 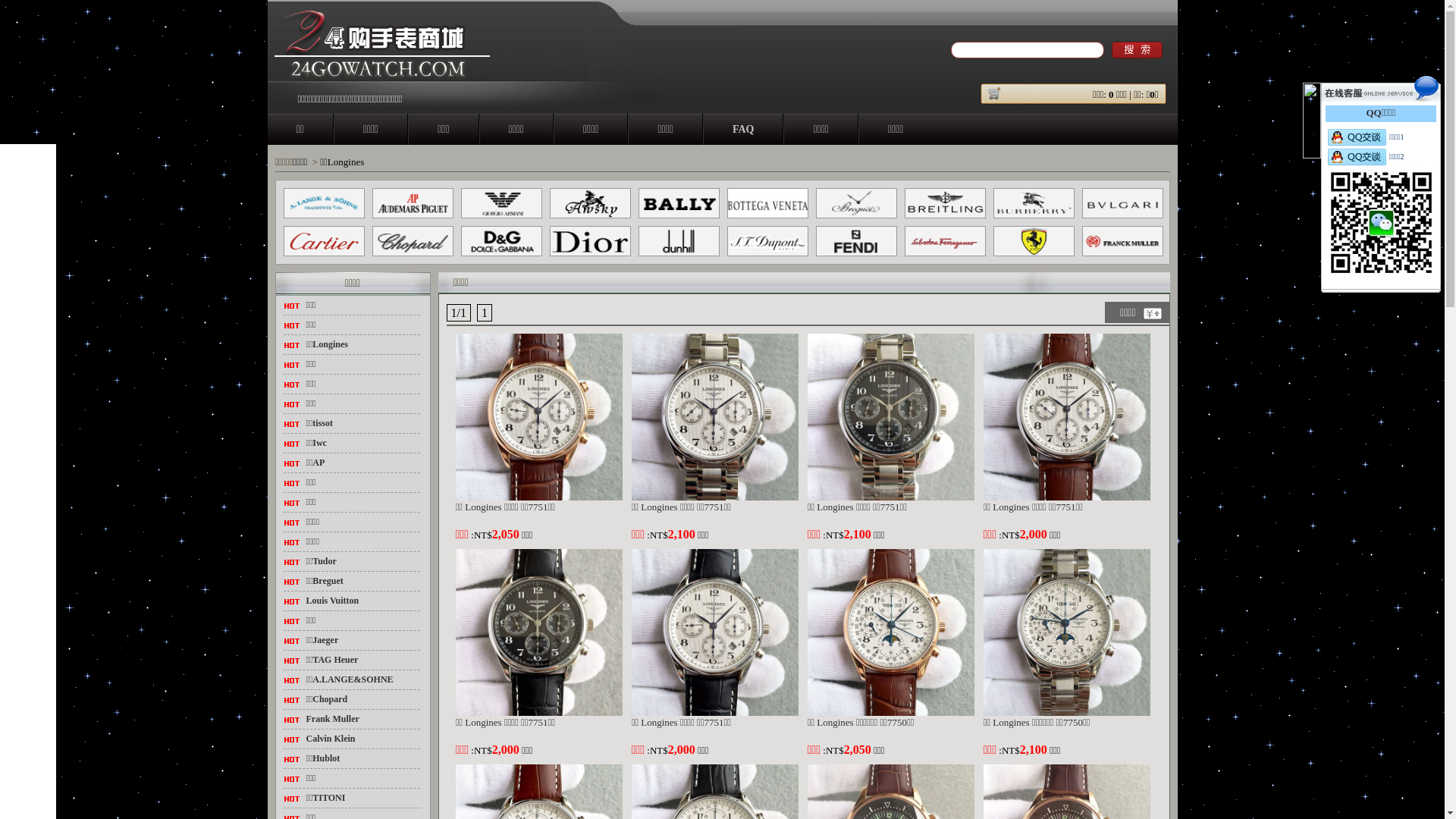 What do you see at coordinates (305, 738) in the screenshot?
I see `'Calvin Klein'` at bounding box center [305, 738].